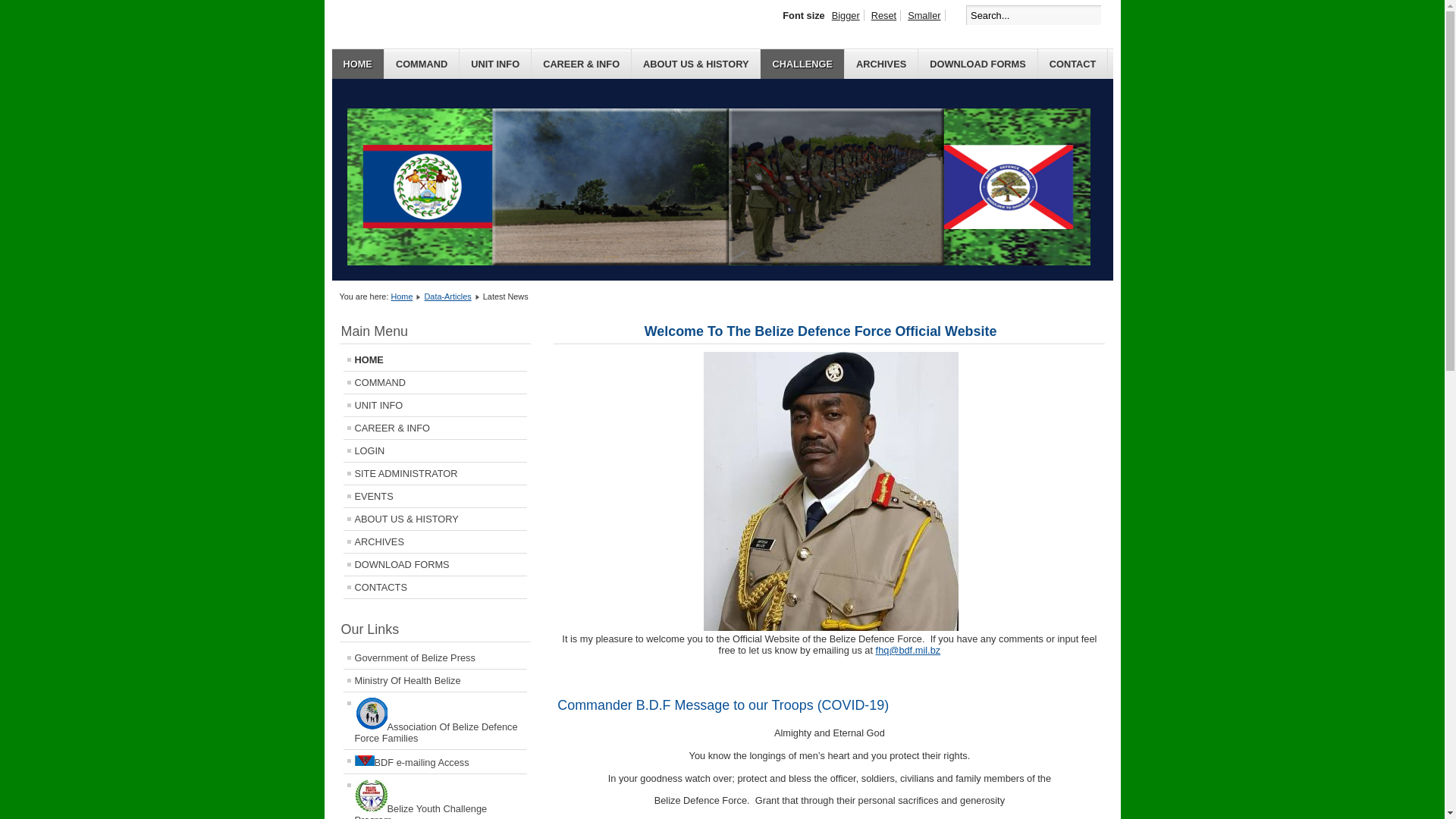 Image resolution: width=1456 pixels, height=819 pixels. What do you see at coordinates (384, 63) in the screenshot?
I see `'COMMAND'` at bounding box center [384, 63].